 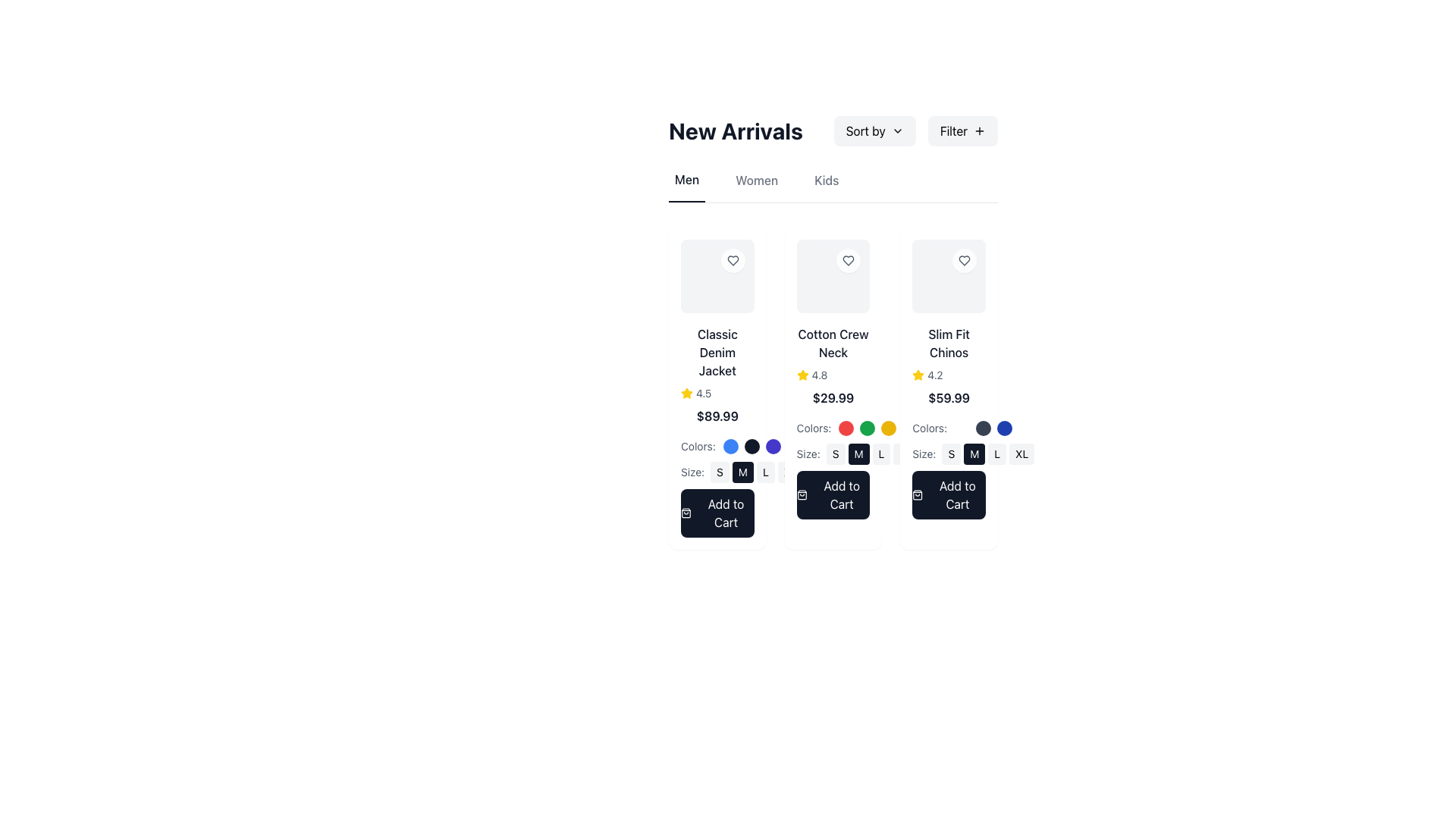 What do you see at coordinates (948, 343) in the screenshot?
I see `the text label displaying the product name in the third product card under the 'New Arrivals' section, located directly below the placeholder image area` at bounding box center [948, 343].